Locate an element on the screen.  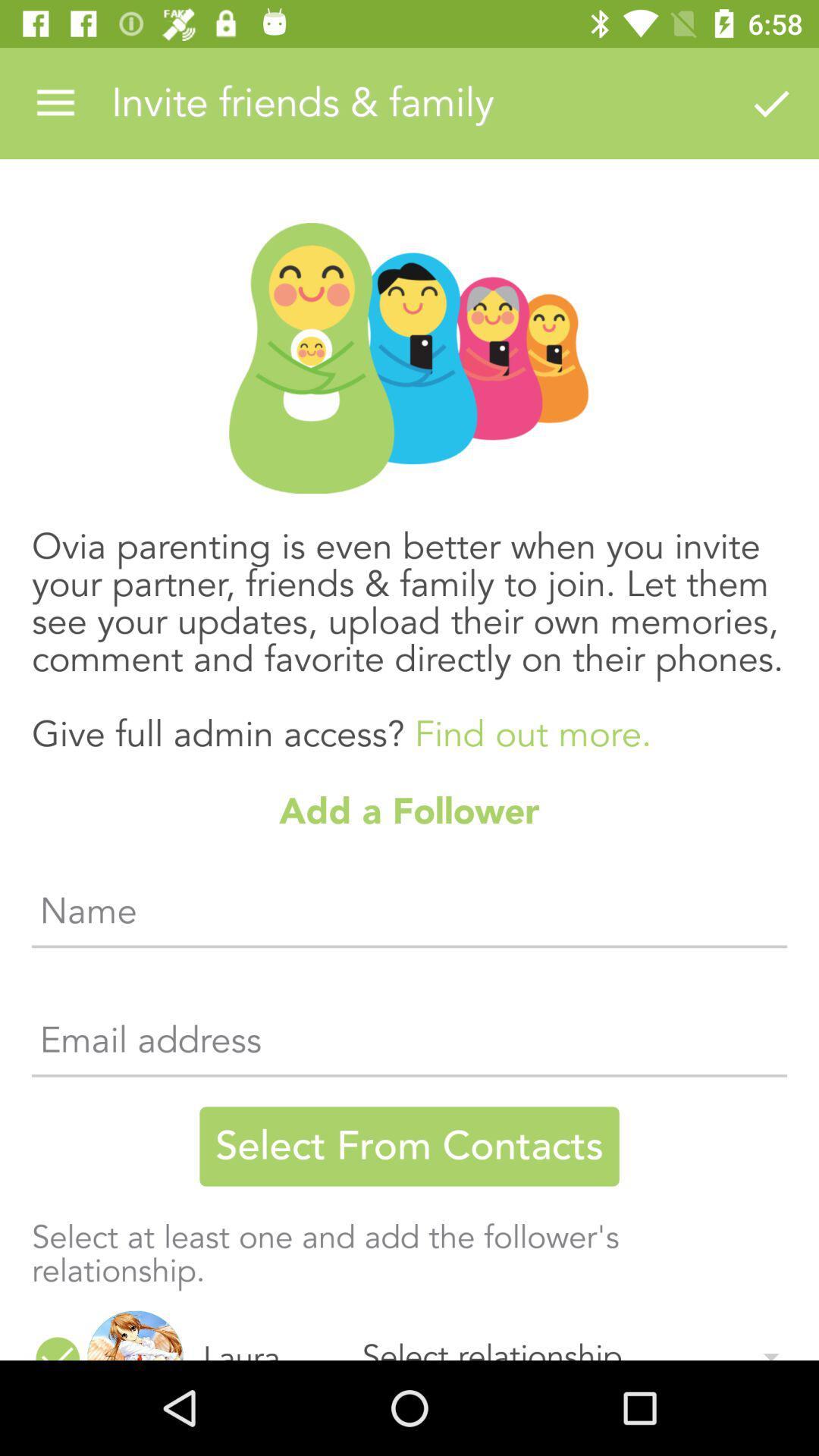
the item below add a follower item is located at coordinates (409, 916).